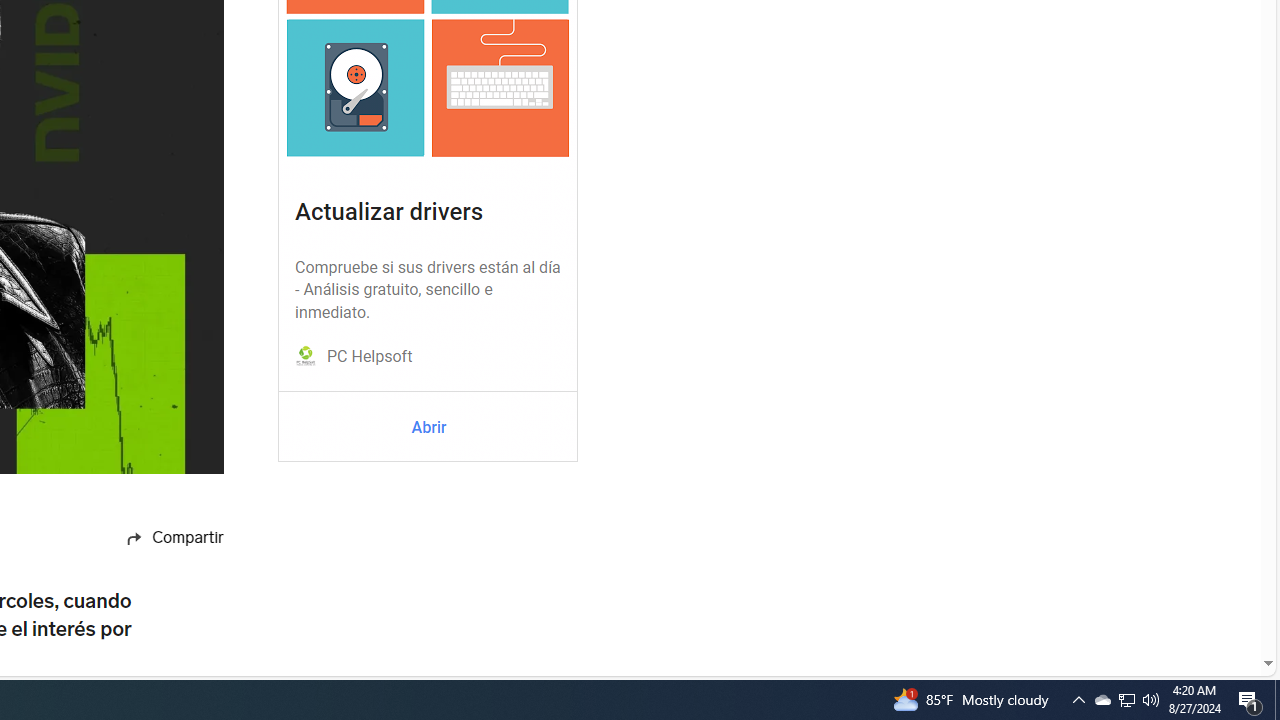 This screenshot has width=1280, height=720. What do you see at coordinates (152, 537) in the screenshot?
I see `'Share icon Compartir'` at bounding box center [152, 537].